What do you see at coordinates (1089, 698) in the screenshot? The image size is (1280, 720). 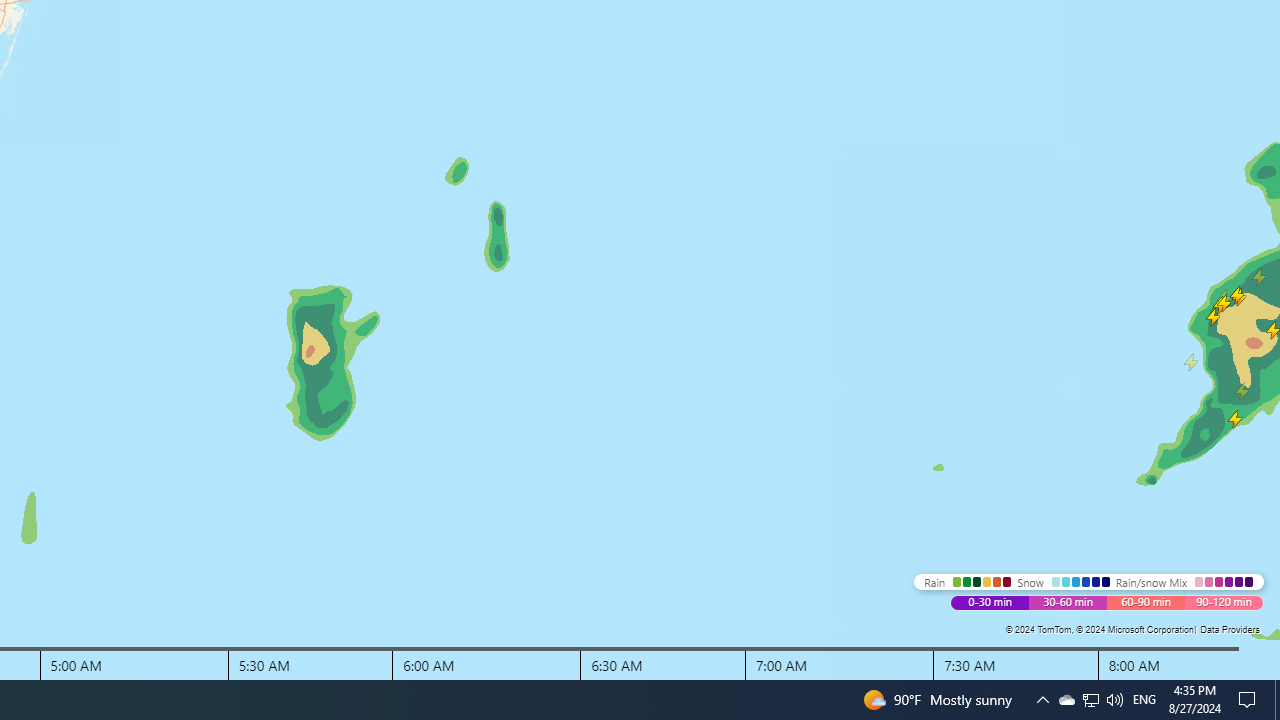 I see `'User Promoted Notification Area'` at bounding box center [1089, 698].